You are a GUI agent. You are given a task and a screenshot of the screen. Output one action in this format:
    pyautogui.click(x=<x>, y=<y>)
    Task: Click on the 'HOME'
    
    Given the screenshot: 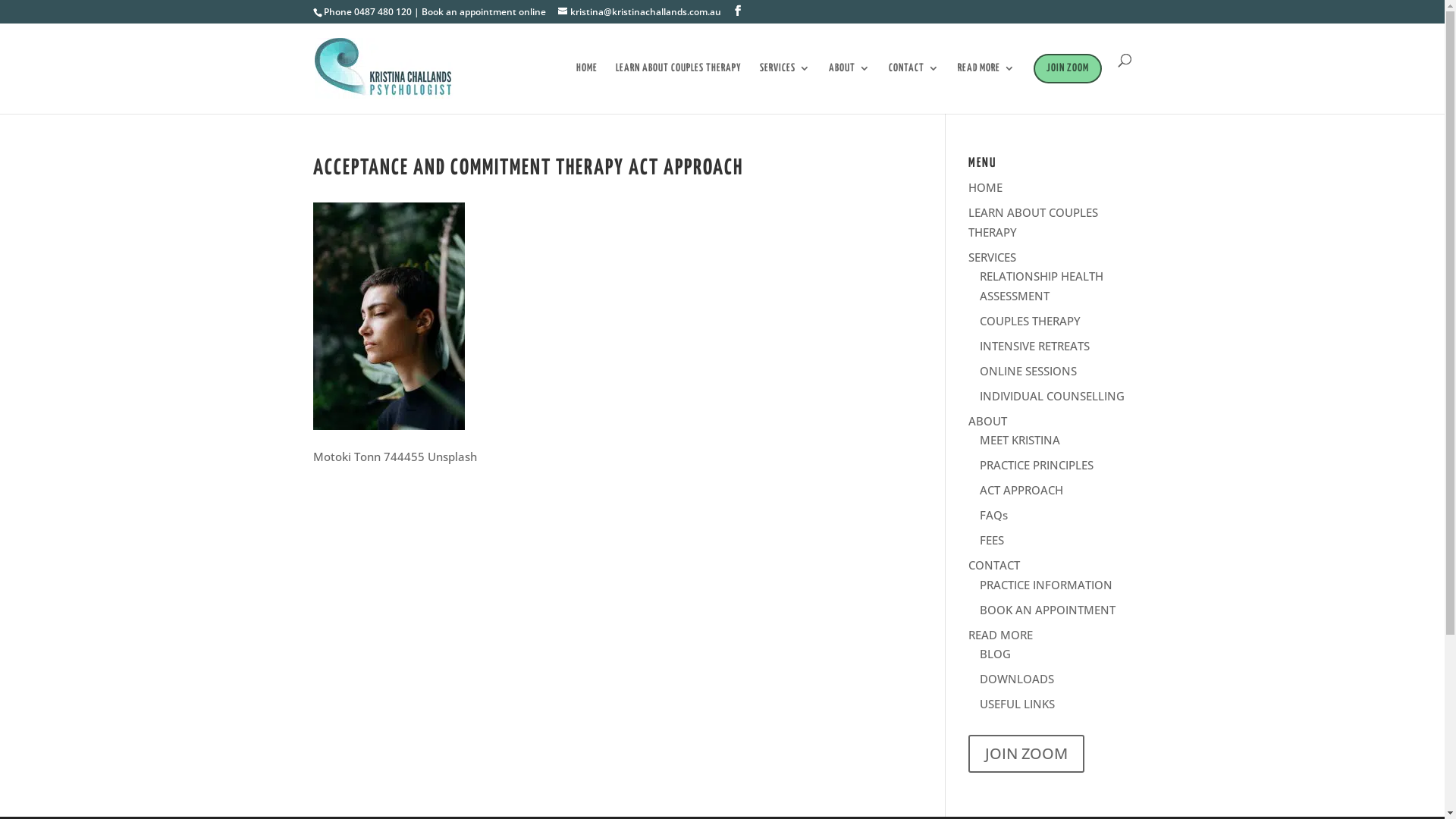 What is the action you would take?
    pyautogui.click(x=585, y=82)
    